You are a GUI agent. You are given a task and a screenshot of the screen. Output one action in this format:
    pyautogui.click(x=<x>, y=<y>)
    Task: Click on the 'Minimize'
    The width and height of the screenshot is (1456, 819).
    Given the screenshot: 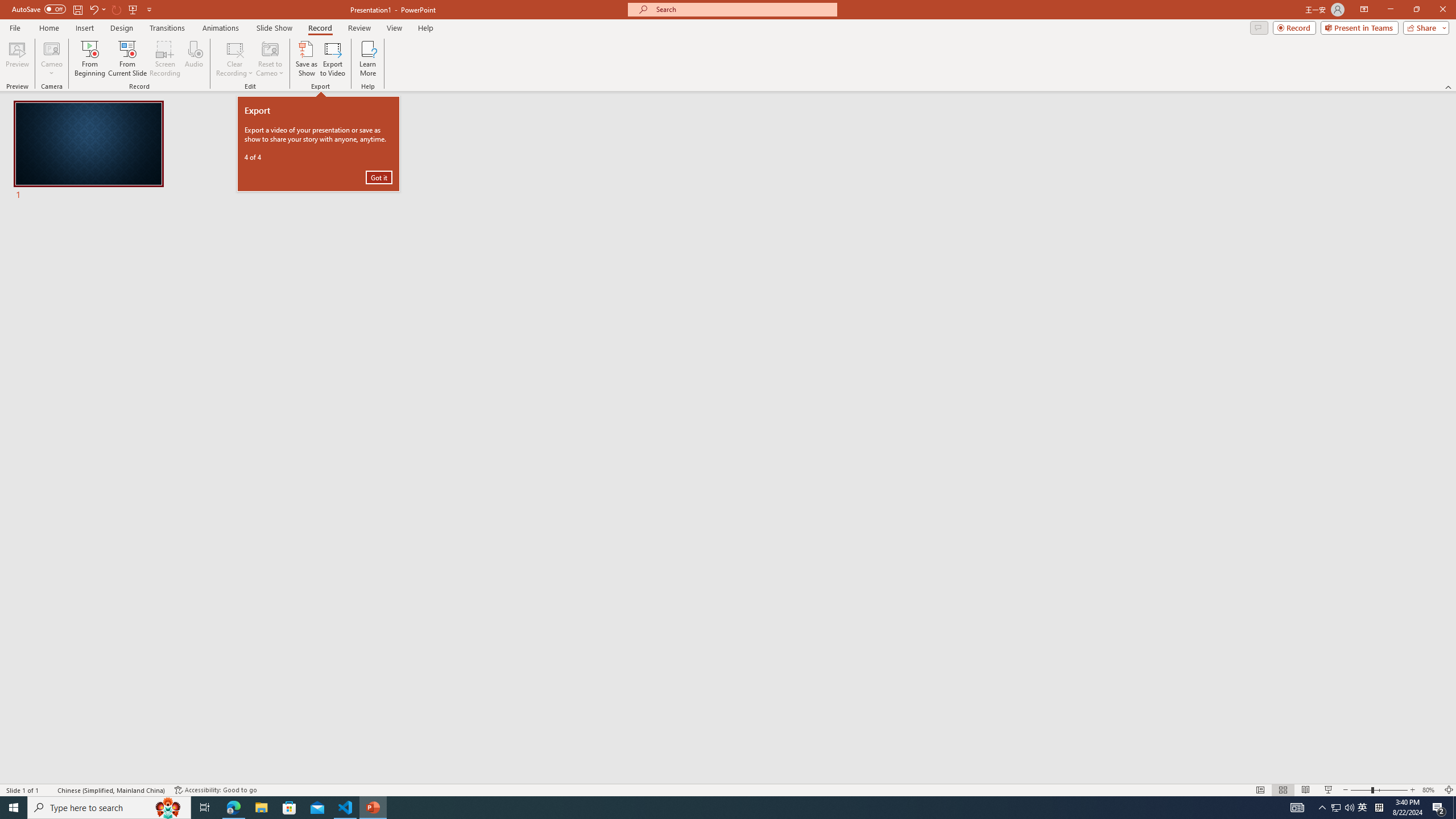 What is the action you would take?
    pyautogui.click(x=1389, y=9)
    